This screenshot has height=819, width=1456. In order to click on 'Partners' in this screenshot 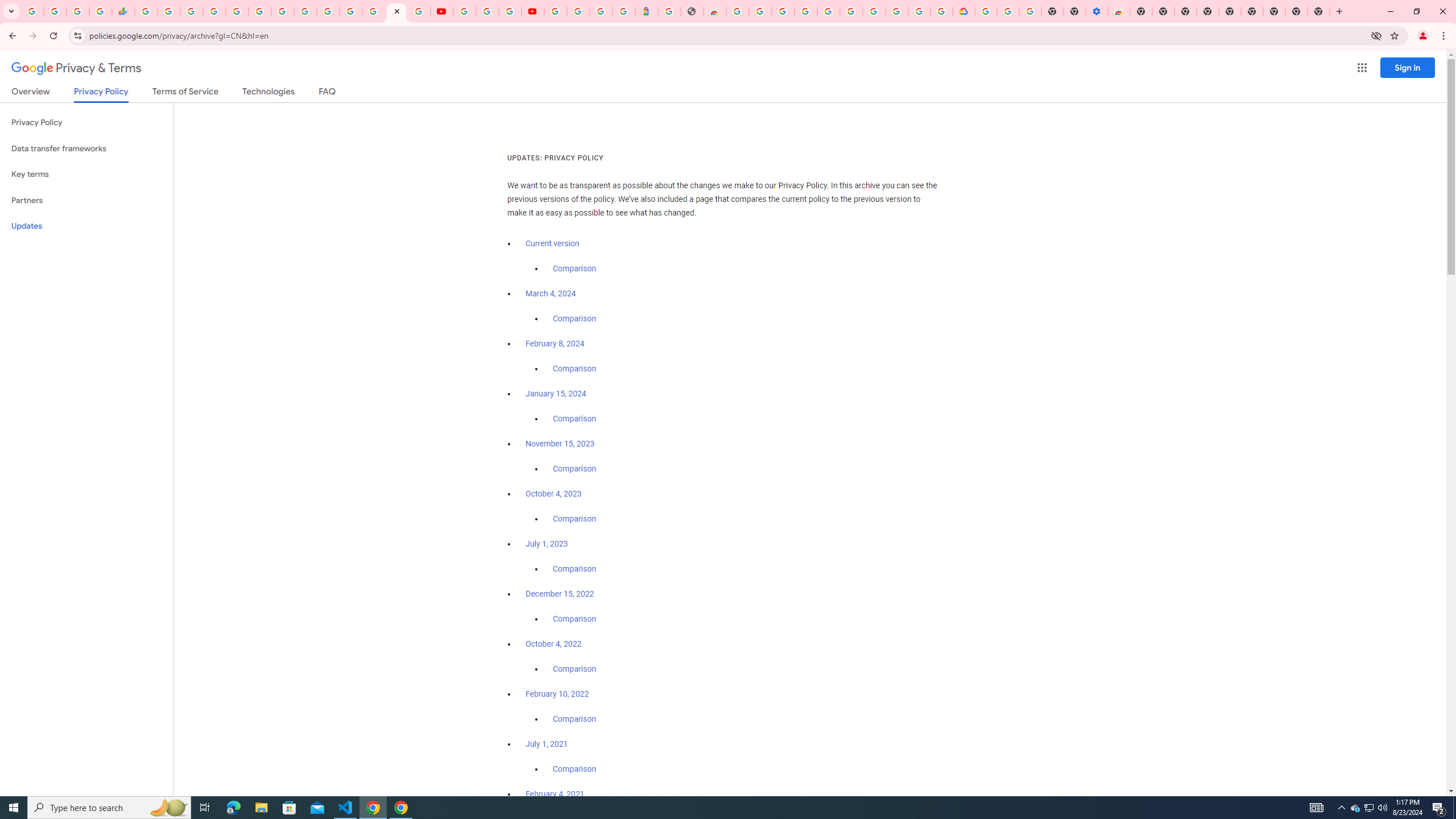, I will do `click(86, 200)`.